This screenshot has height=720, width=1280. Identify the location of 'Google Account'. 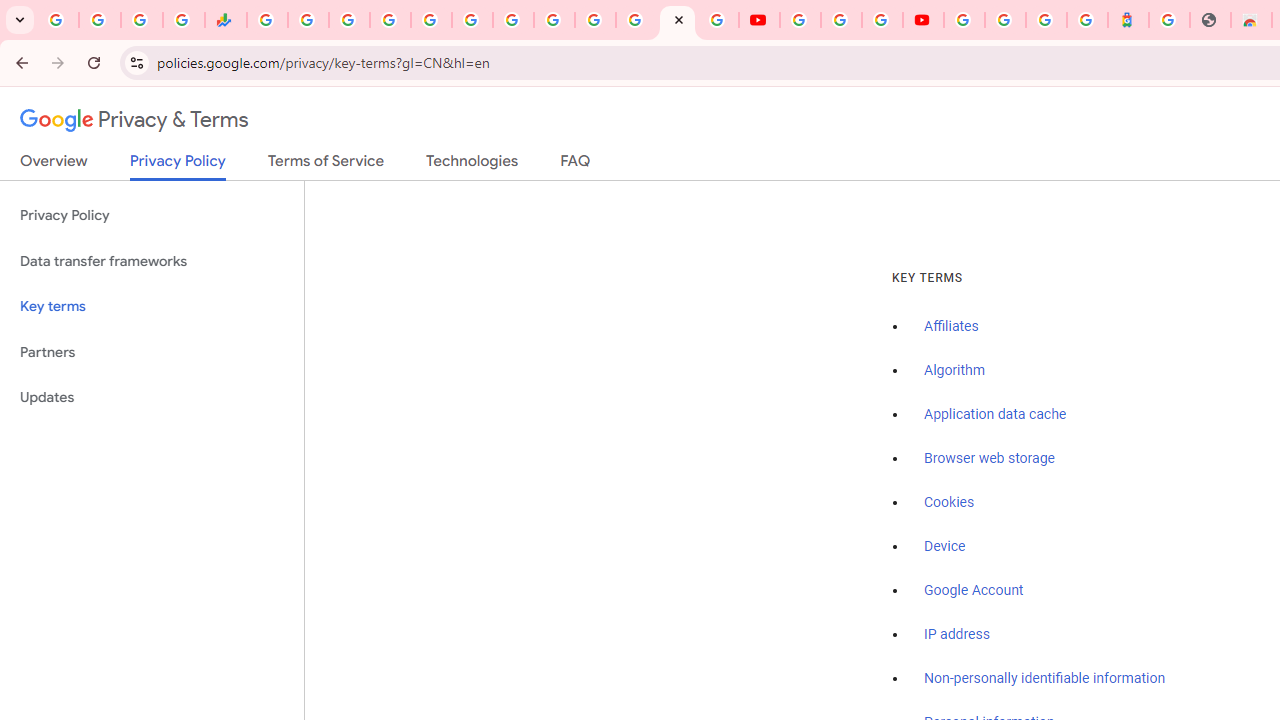
(974, 589).